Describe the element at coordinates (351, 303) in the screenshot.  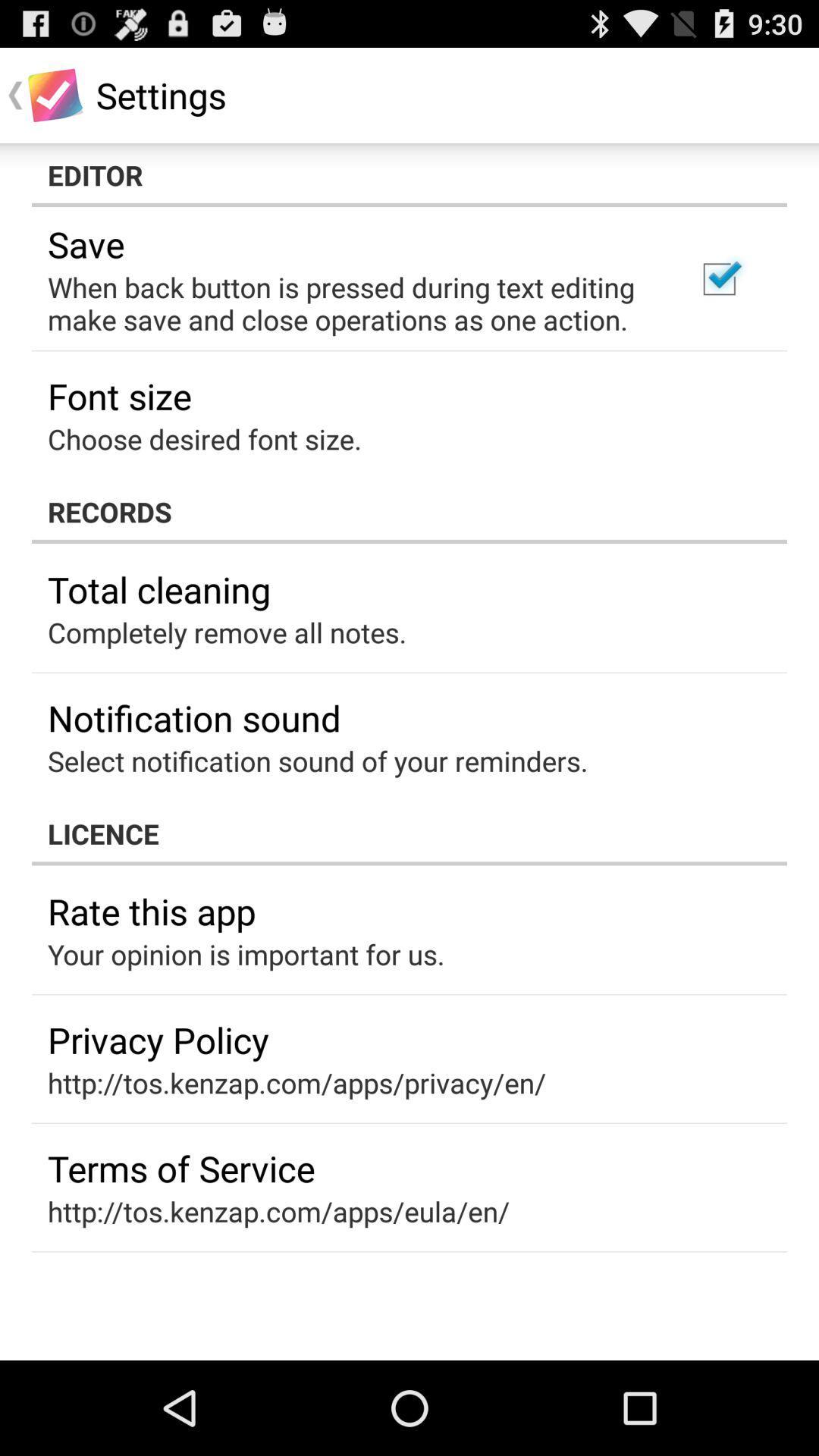
I see `when back button` at that location.